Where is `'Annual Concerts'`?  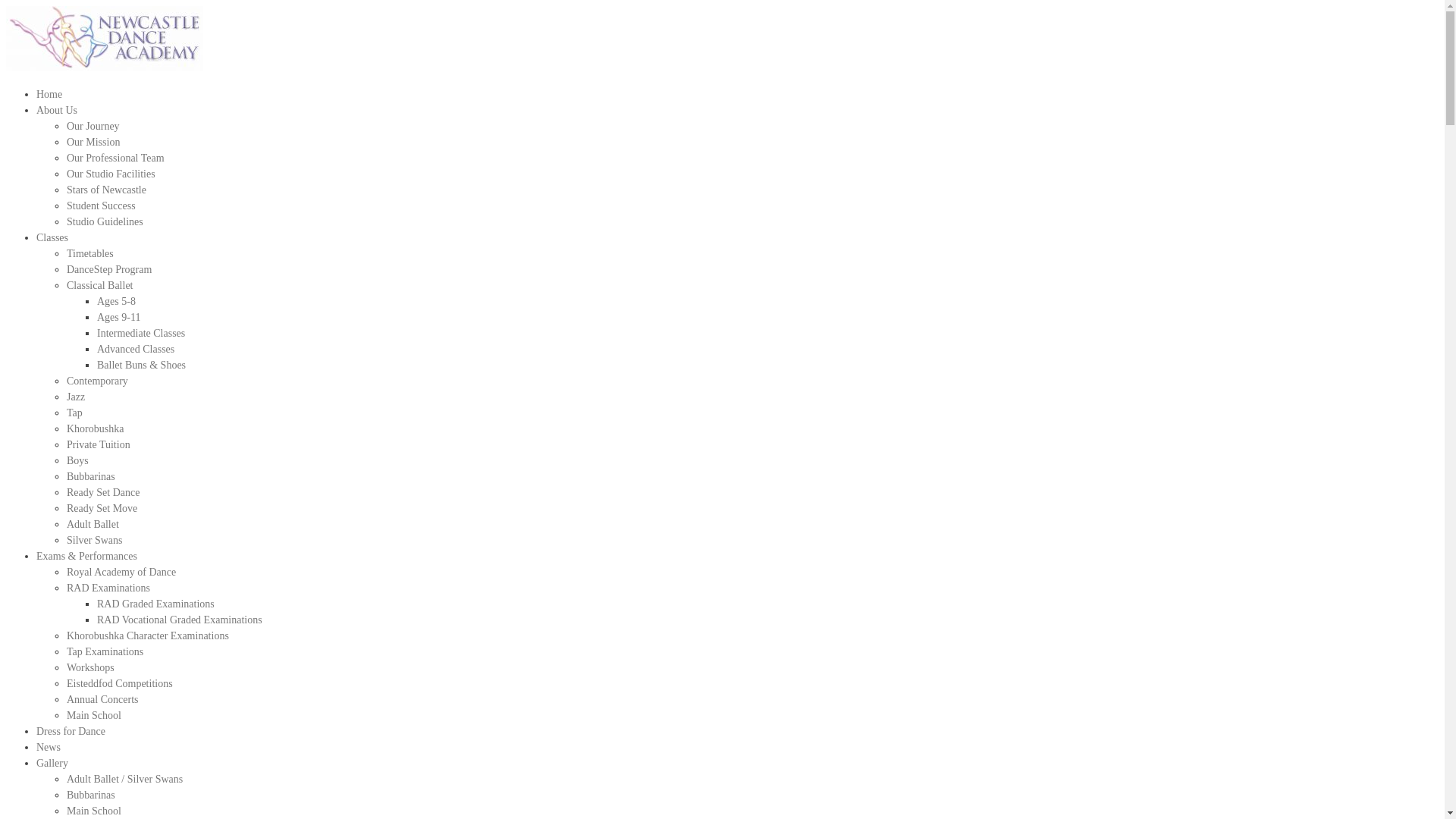 'Annual Concerts' is located at coordinates (101, 699).